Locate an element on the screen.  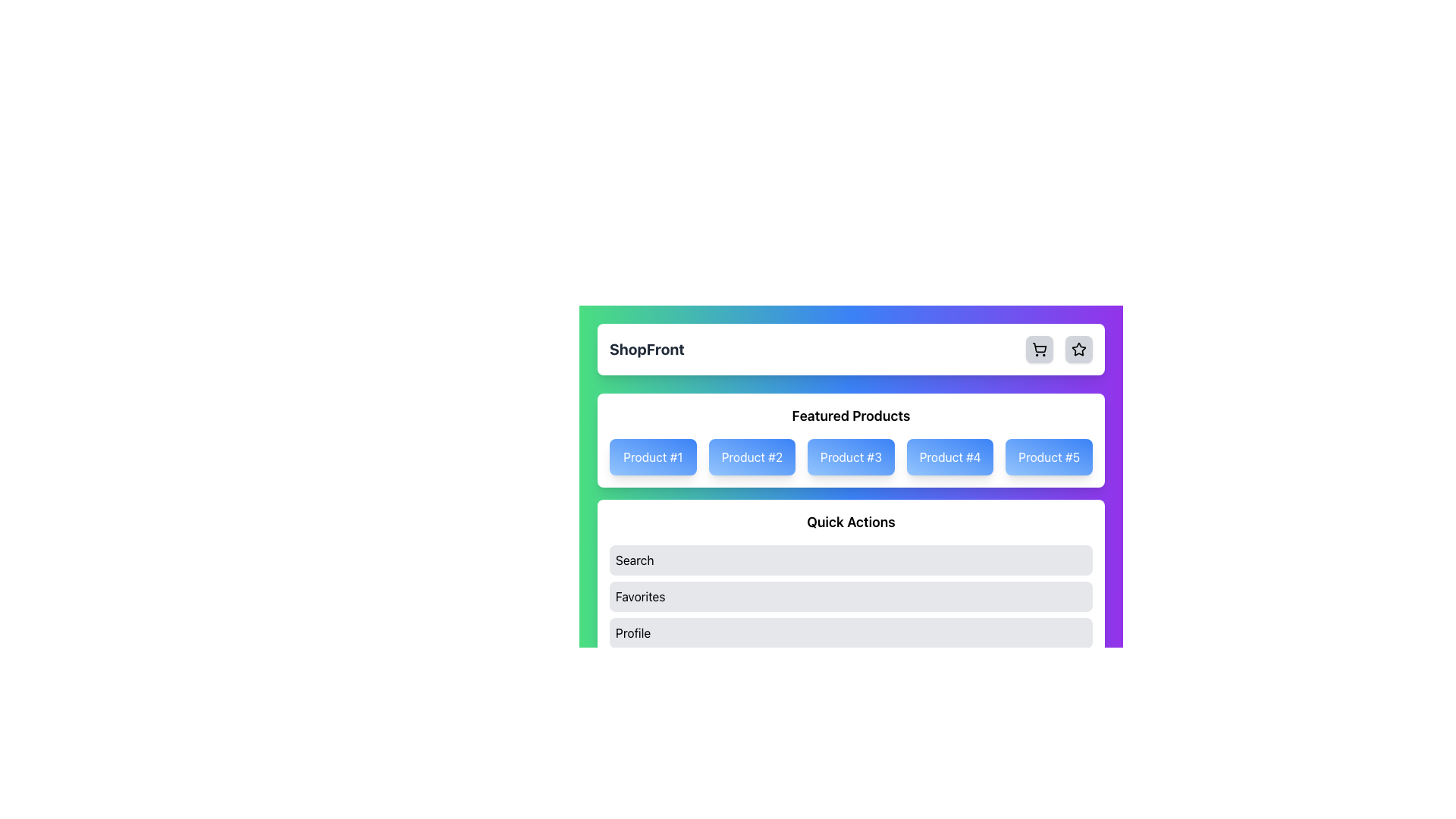
the button labeled 'Product #5' in the 'Featured Products' section is located at coordinates (1048, 456).